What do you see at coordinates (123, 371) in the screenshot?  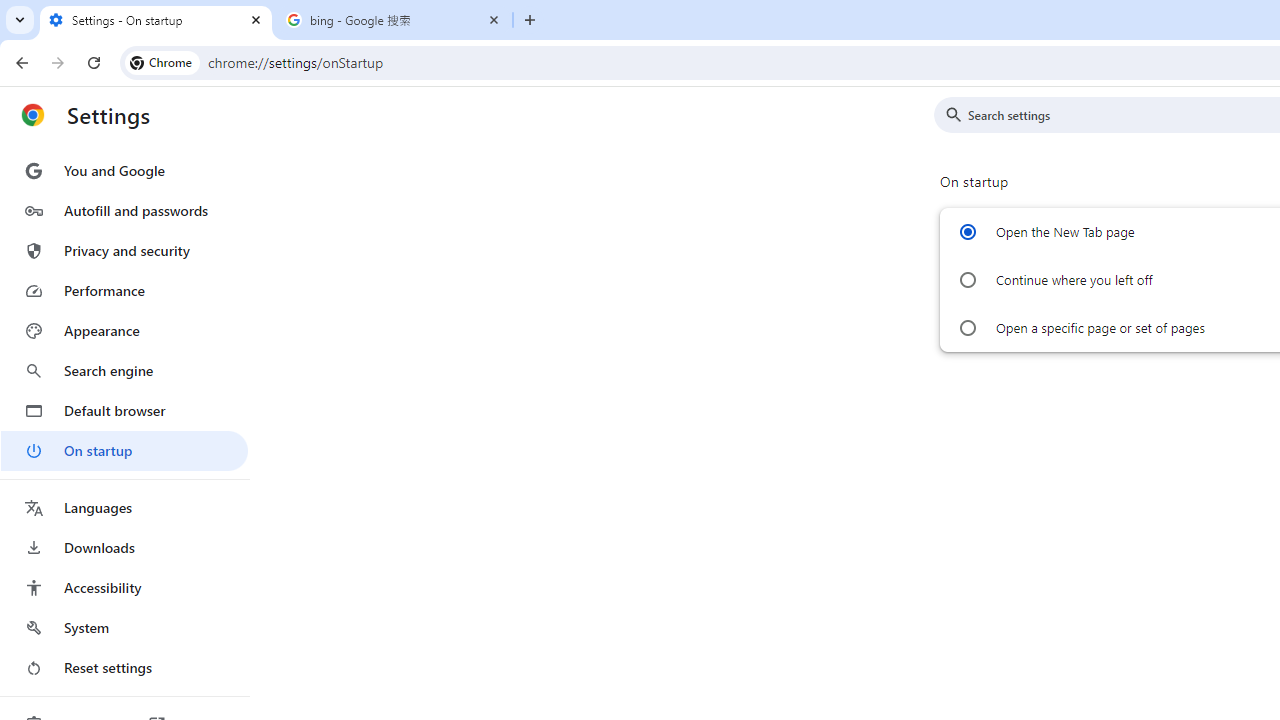 I see `'Search engine'` at bounding box center [123, 371].